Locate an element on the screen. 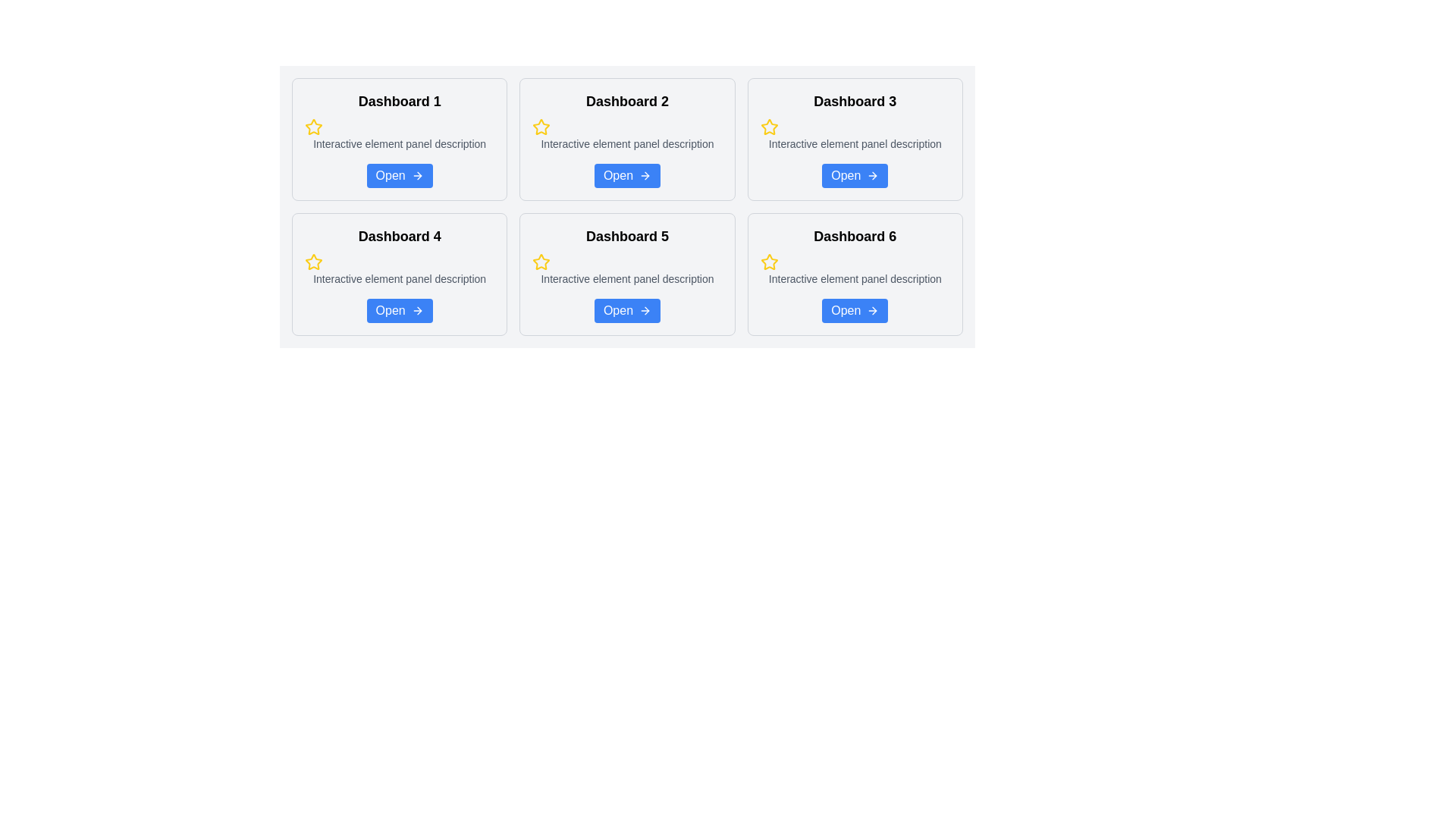  the star icon indicating a rating or highlighted feature within the 'Dashboard 1' card located in the first column of the first row in the grid layout is located at coordinates (312, 127).